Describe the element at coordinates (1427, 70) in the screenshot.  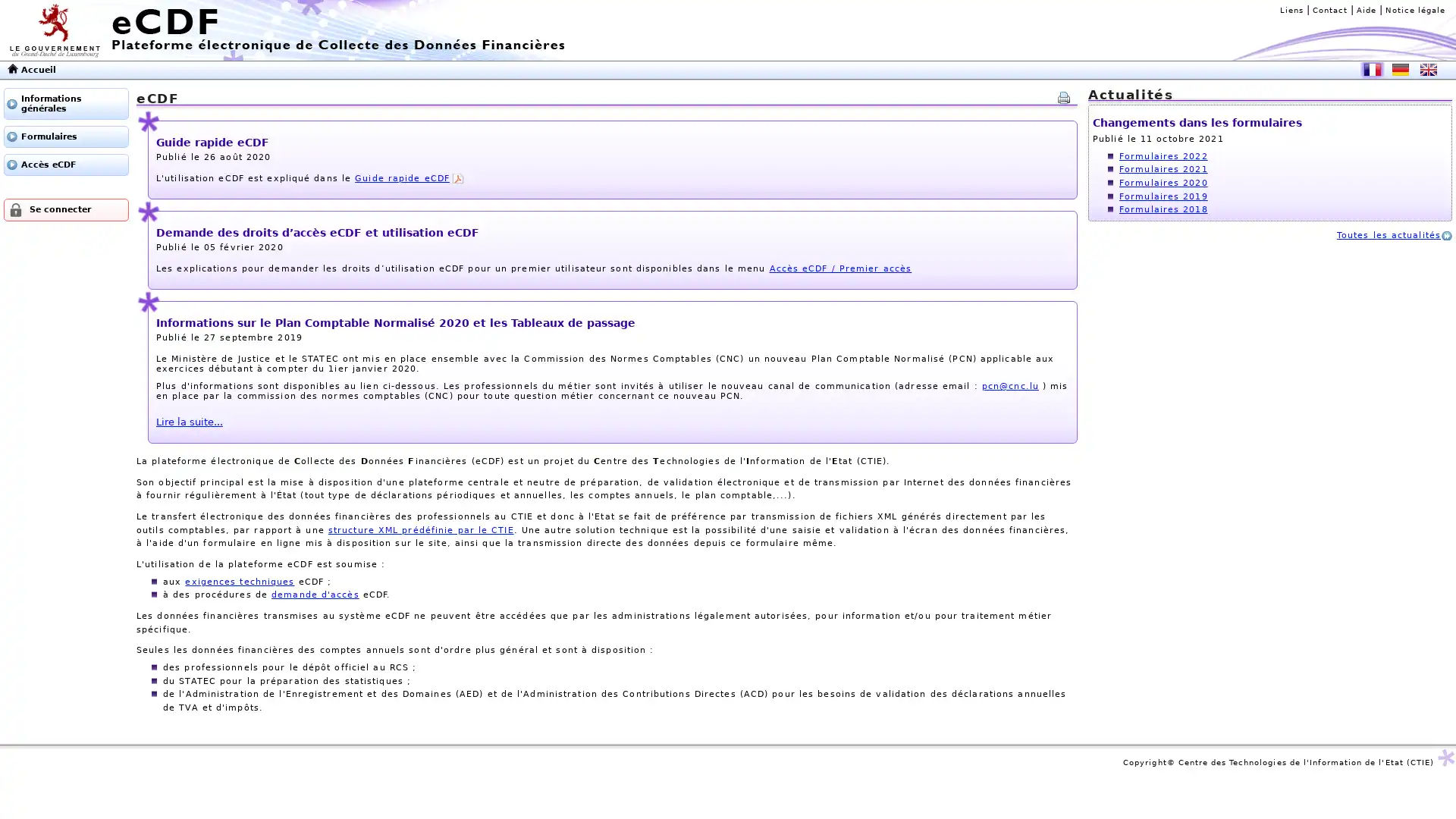
I see `[EN]` at that location.